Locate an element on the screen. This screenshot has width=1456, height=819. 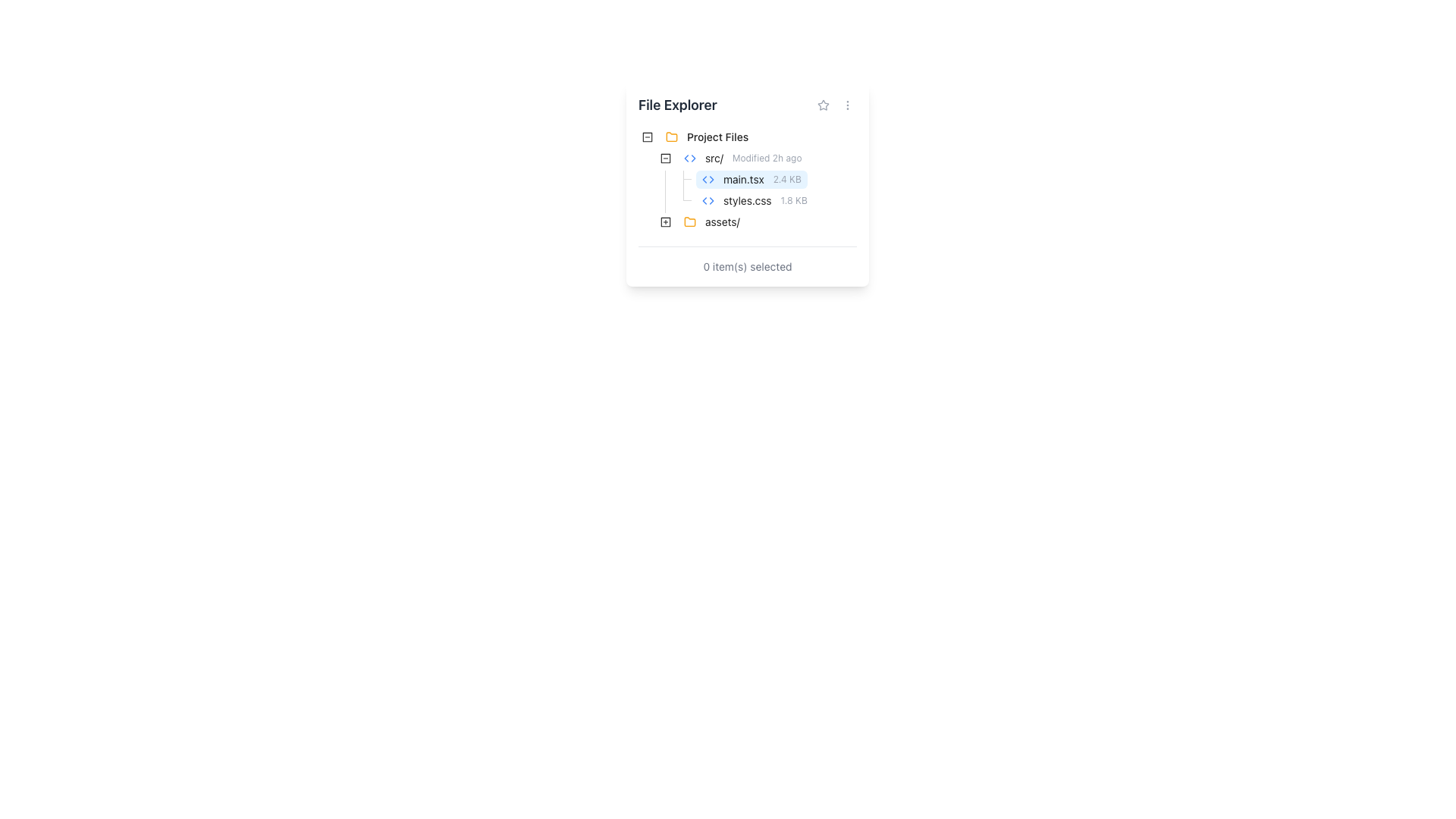
the file entry labeled 'main.tsx' in the tree structure is located at coordinates (722, 178).